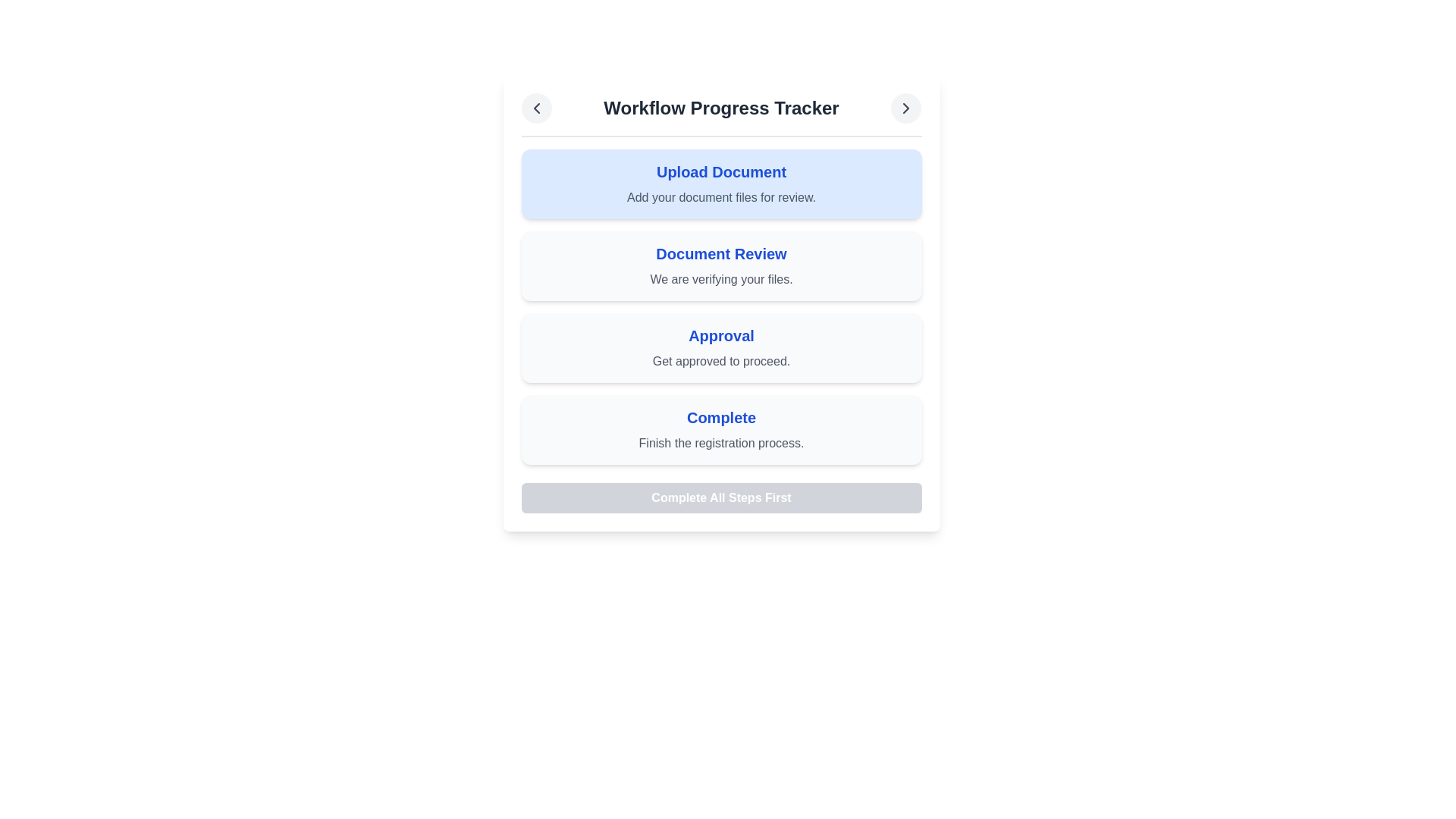  I want to click on the Informational Card indicating that the document review step is in progress, which is the second card in the Workflow Progress Tracker, so click(720, 265).